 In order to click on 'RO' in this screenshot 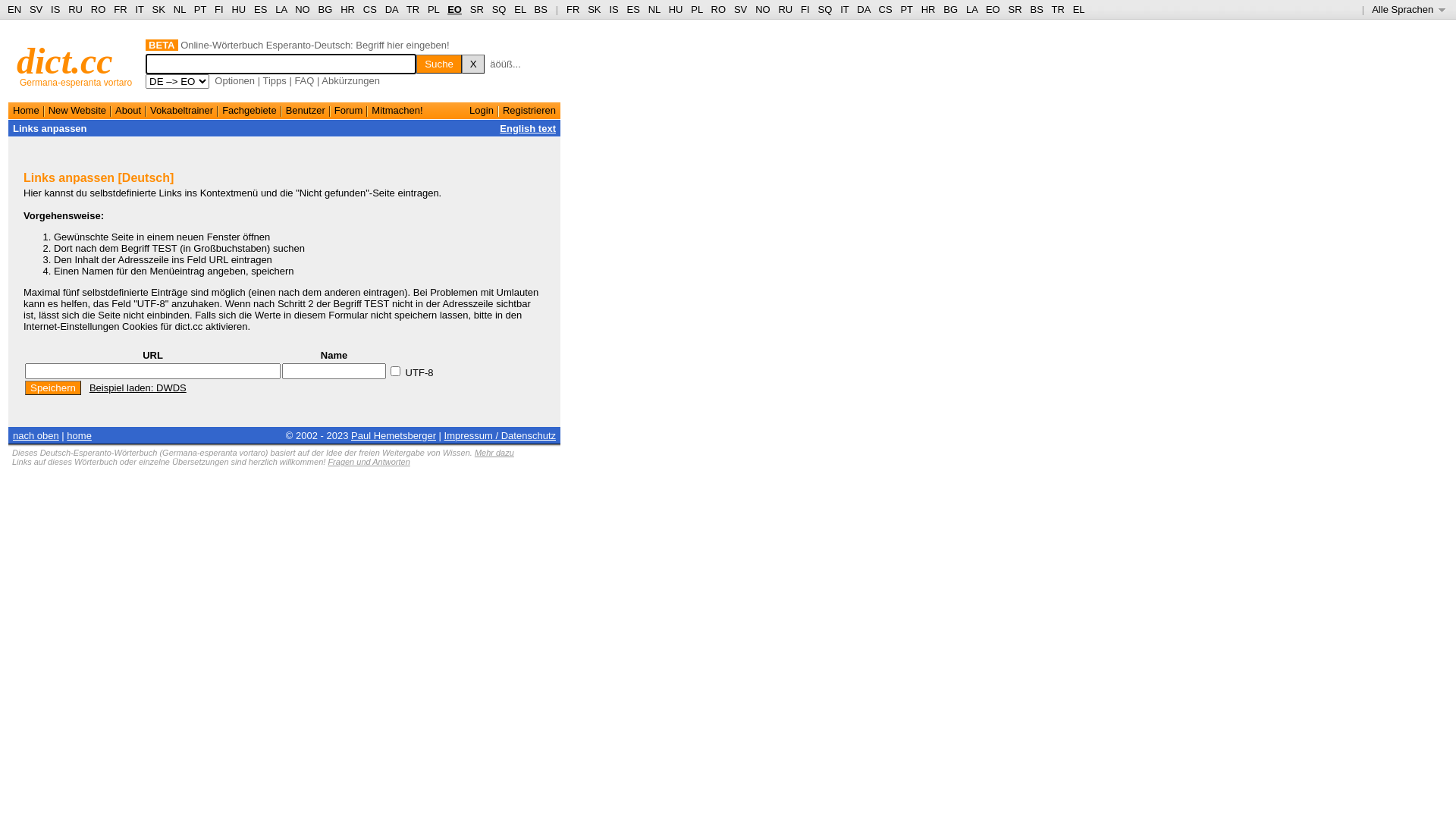, I will do `click(97, 9)`.